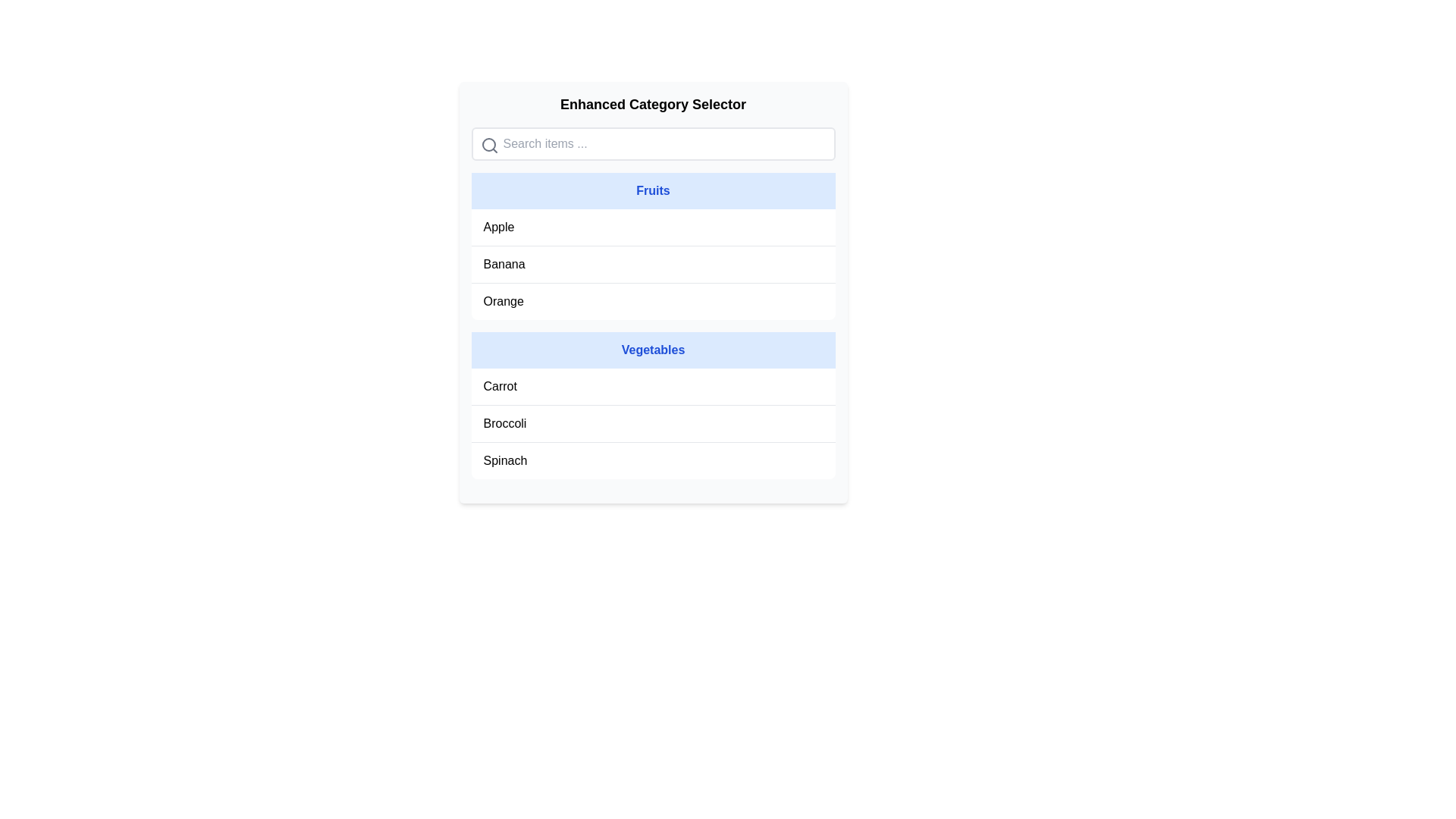  What do you see at coordinates (653, 460) in the screenshot?
I see `to select the list item labeled 'Spinach', which is the last item in the 'Vegetables' section, positioned beneath 'Broccoli'` at bounding box center [653, 460].